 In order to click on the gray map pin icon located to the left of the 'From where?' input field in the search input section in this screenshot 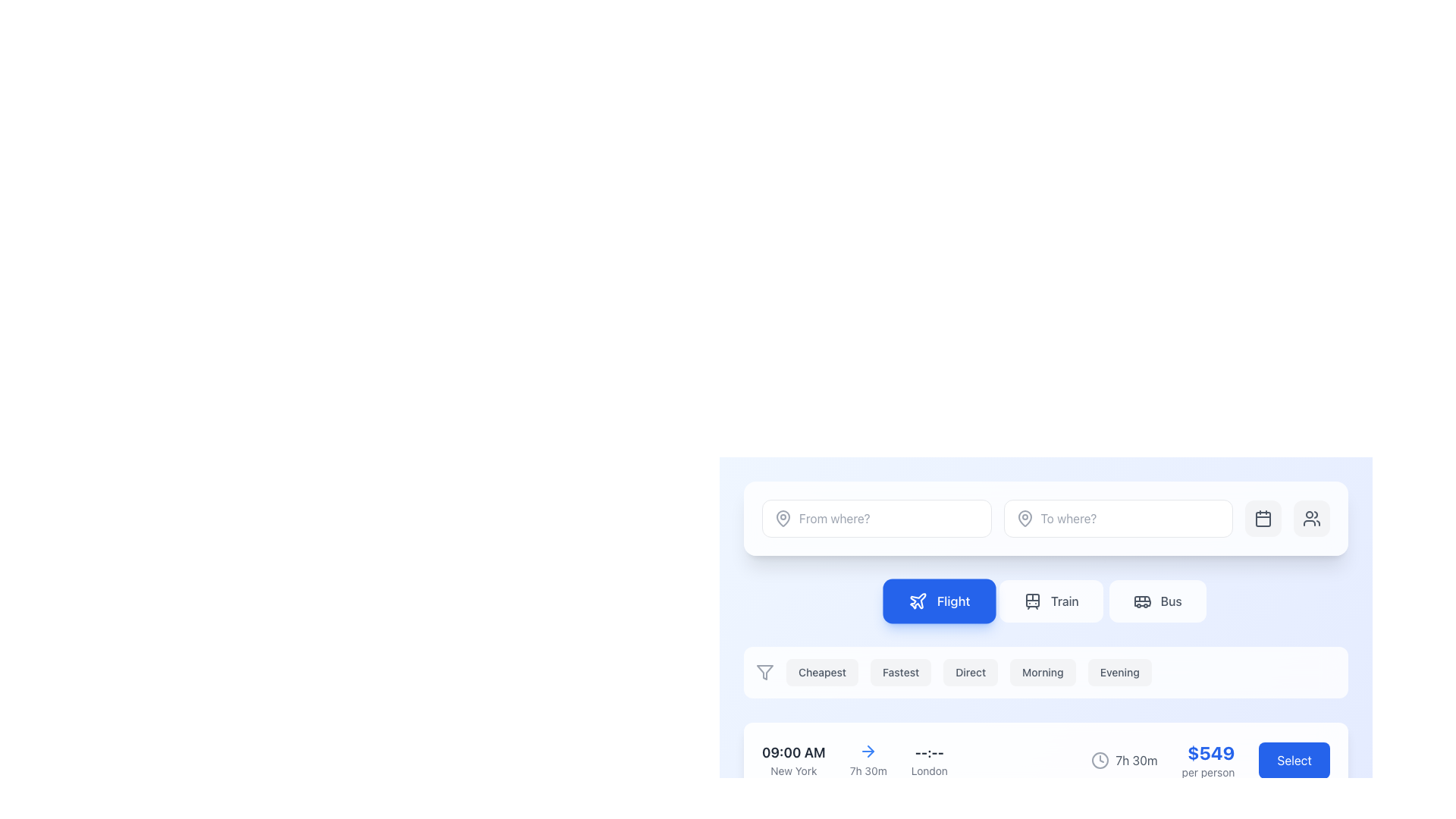, I will do `click(783, 517)`.